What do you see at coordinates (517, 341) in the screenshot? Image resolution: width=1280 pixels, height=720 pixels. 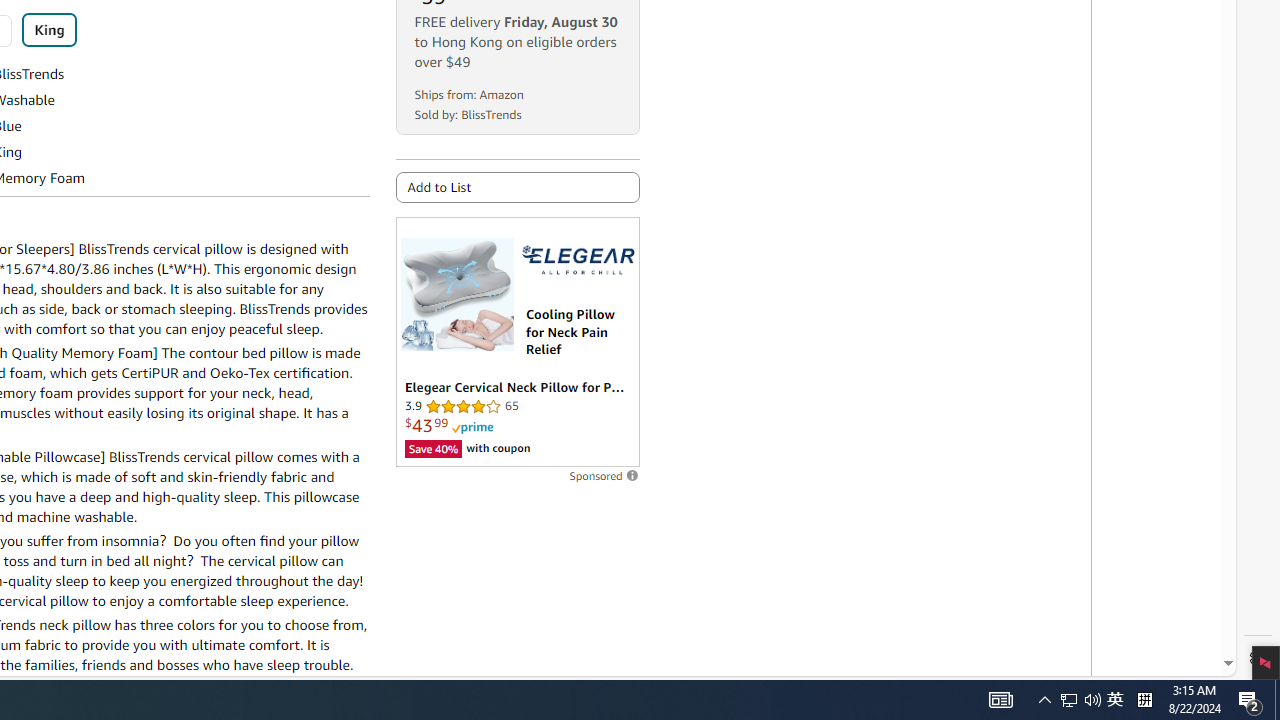 I see `'Sponsored ad'` at bounding box center [517, 341].